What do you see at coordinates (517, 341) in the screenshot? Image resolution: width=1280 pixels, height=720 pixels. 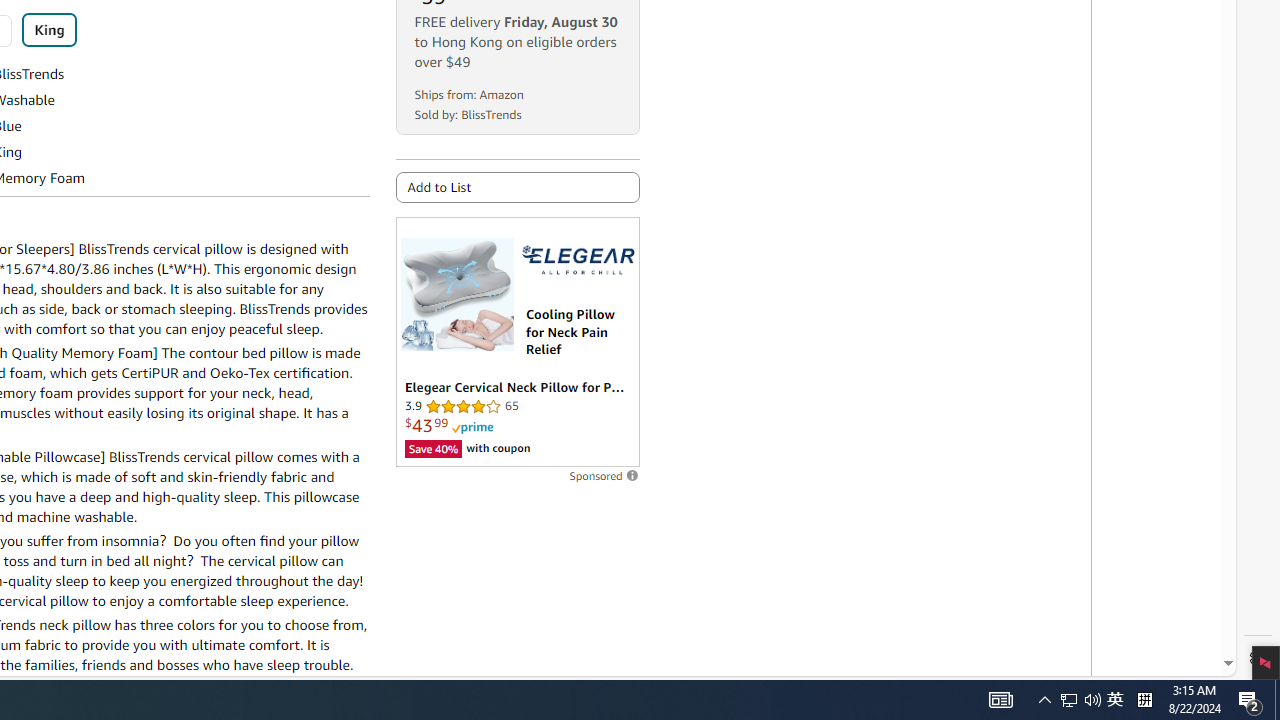 I see `'Sponsored ad'` at bounding box center [517, 341].